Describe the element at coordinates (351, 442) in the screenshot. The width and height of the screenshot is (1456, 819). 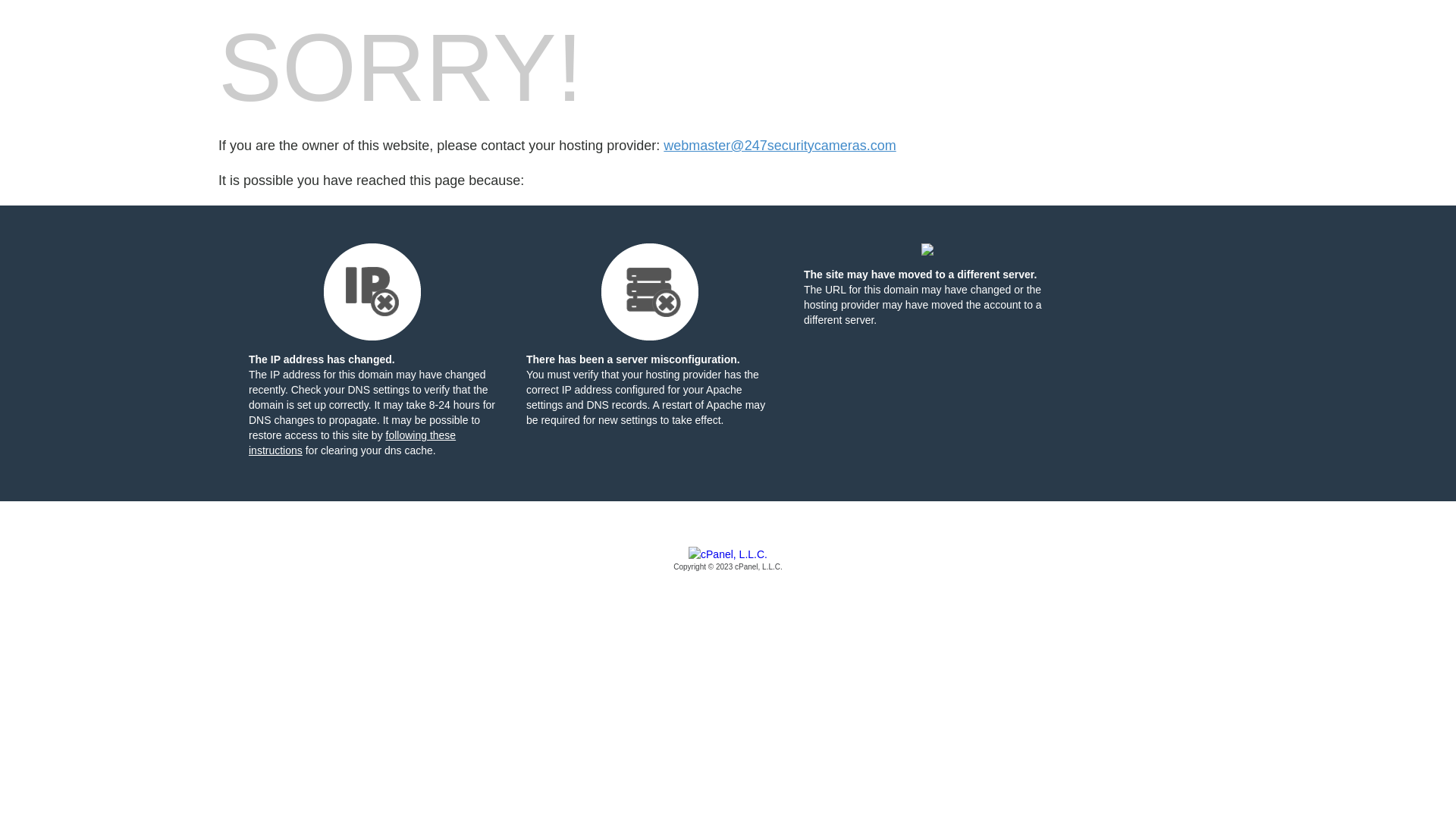
I see `'following these instructions'` at that location.